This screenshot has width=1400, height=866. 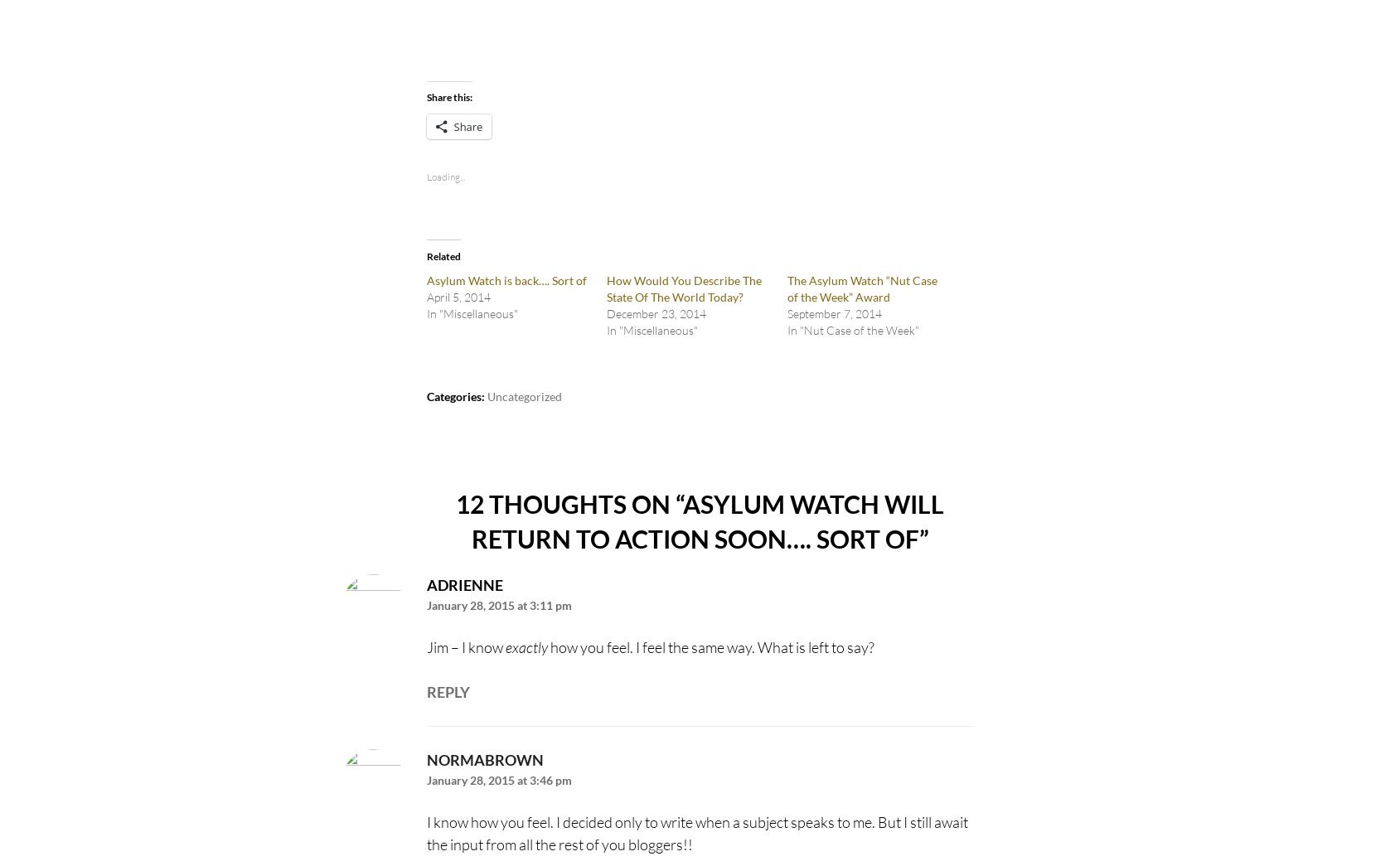 What do you see at coordinates (483, 759) in the screenshot?
I see `'normabrown'` at bounding box center [483, 759].